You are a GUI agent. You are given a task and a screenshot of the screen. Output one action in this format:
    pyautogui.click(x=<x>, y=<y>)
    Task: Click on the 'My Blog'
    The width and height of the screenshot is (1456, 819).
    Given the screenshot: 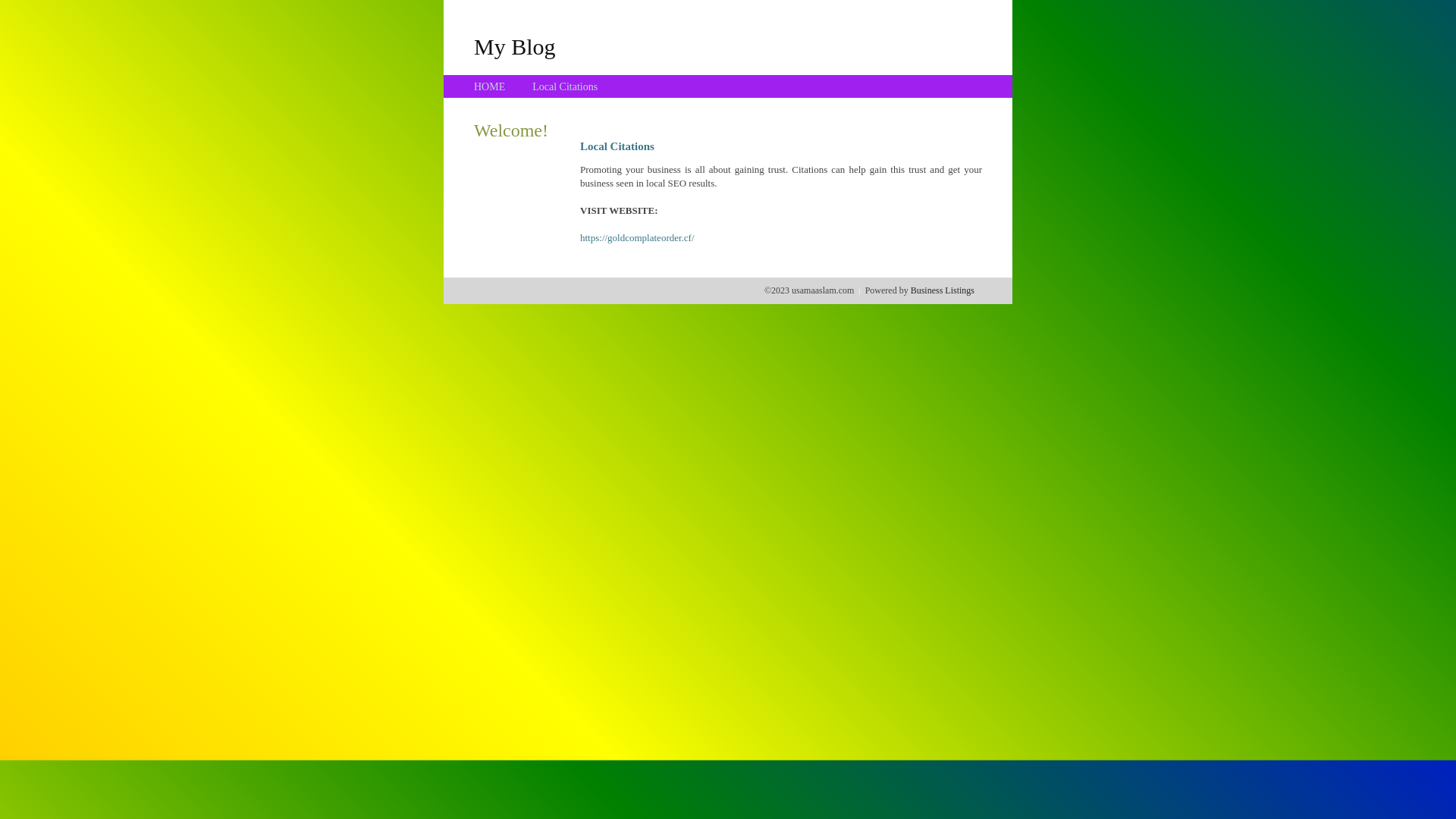 What is the action you would take?
    pyautogui.click(x=514, y=45)
    